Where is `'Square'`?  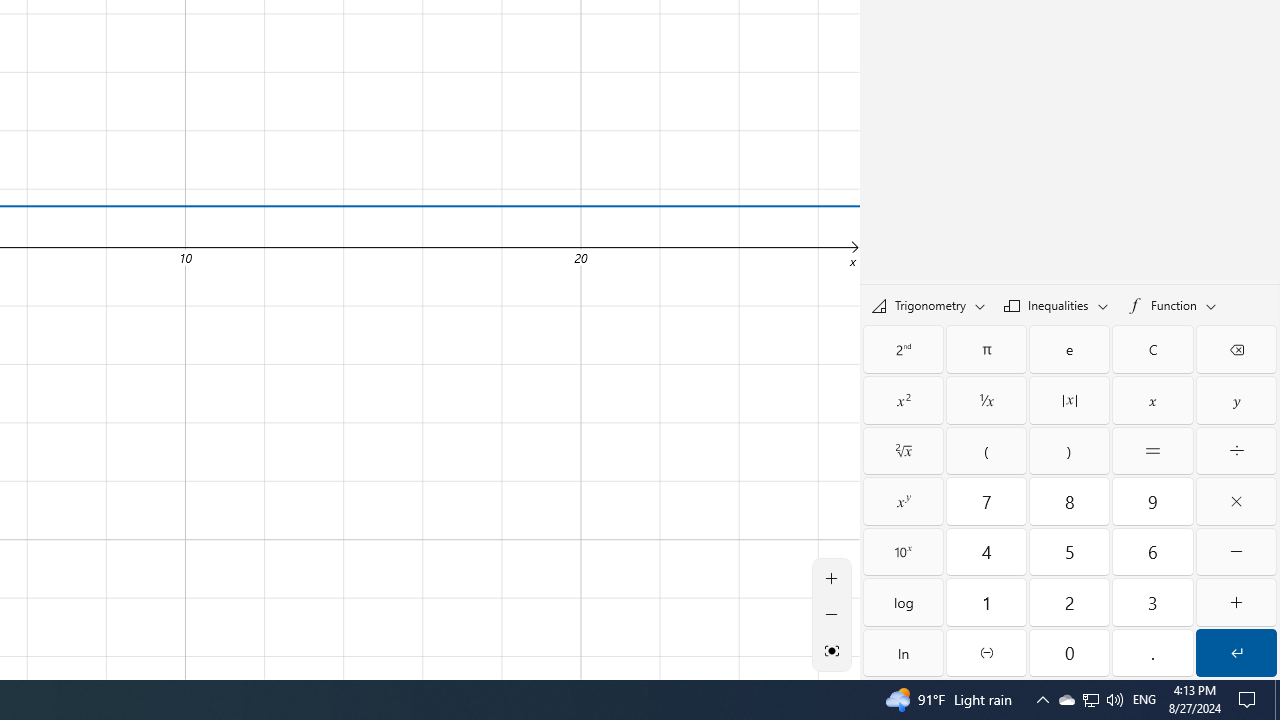
'Square' is located at coordinates (902, 400).